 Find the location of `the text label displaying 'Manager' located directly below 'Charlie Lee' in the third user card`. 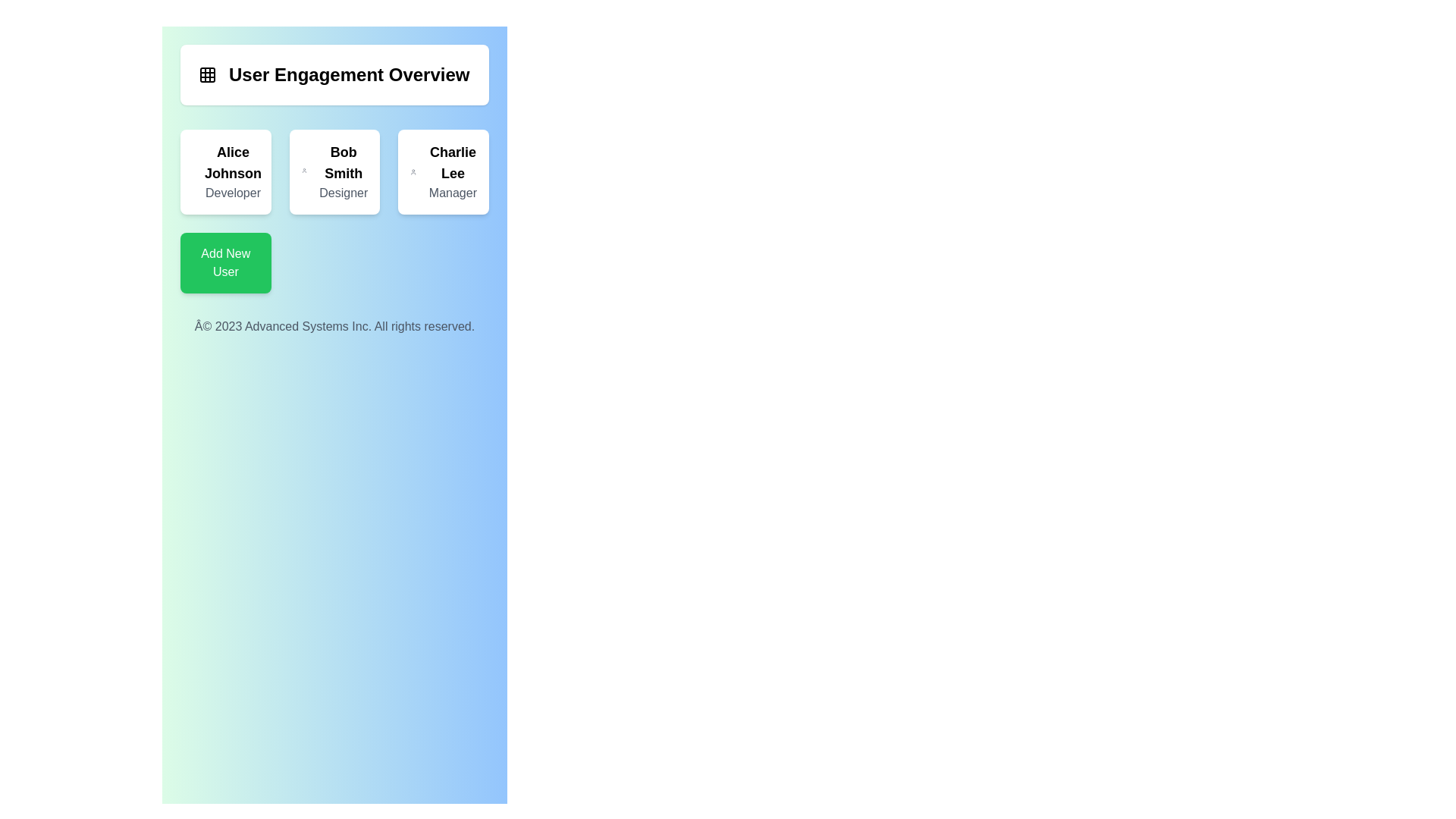

the text label displaying 'Manager' located directly below 'Charlie Lee' in the third user card is located at coordinates (452, 192).